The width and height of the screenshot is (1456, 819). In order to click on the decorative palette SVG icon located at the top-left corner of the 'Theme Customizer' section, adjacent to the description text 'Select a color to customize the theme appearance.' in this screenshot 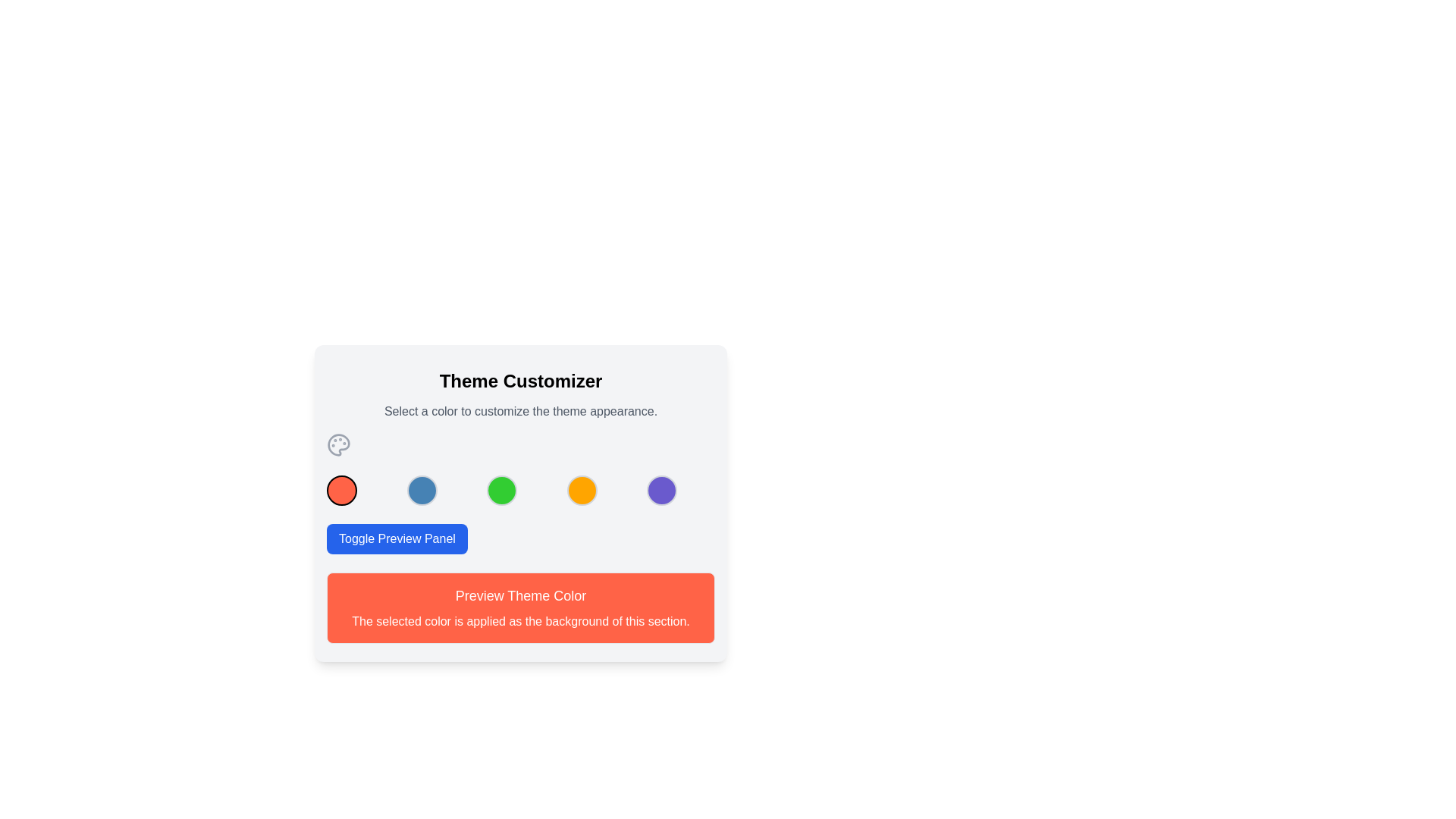, I will do `click(337, 444)`.